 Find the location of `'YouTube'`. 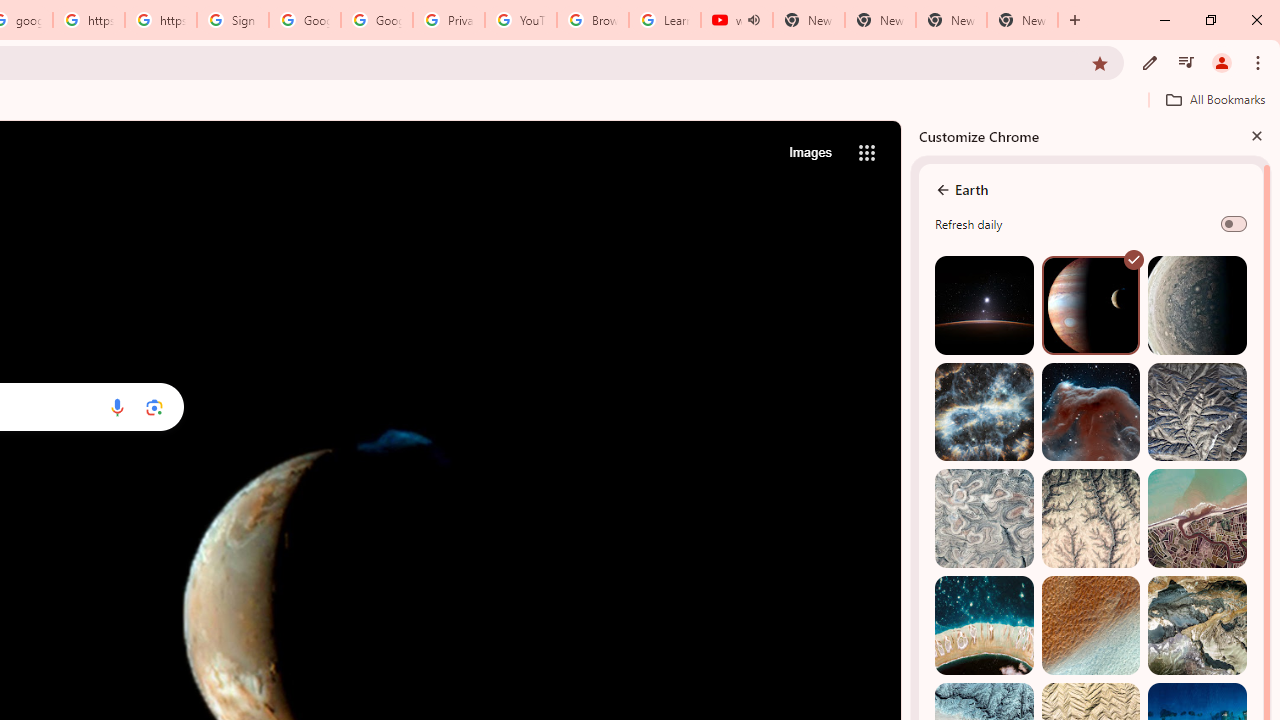

'YouTube' is located at coordinates (520, 20).